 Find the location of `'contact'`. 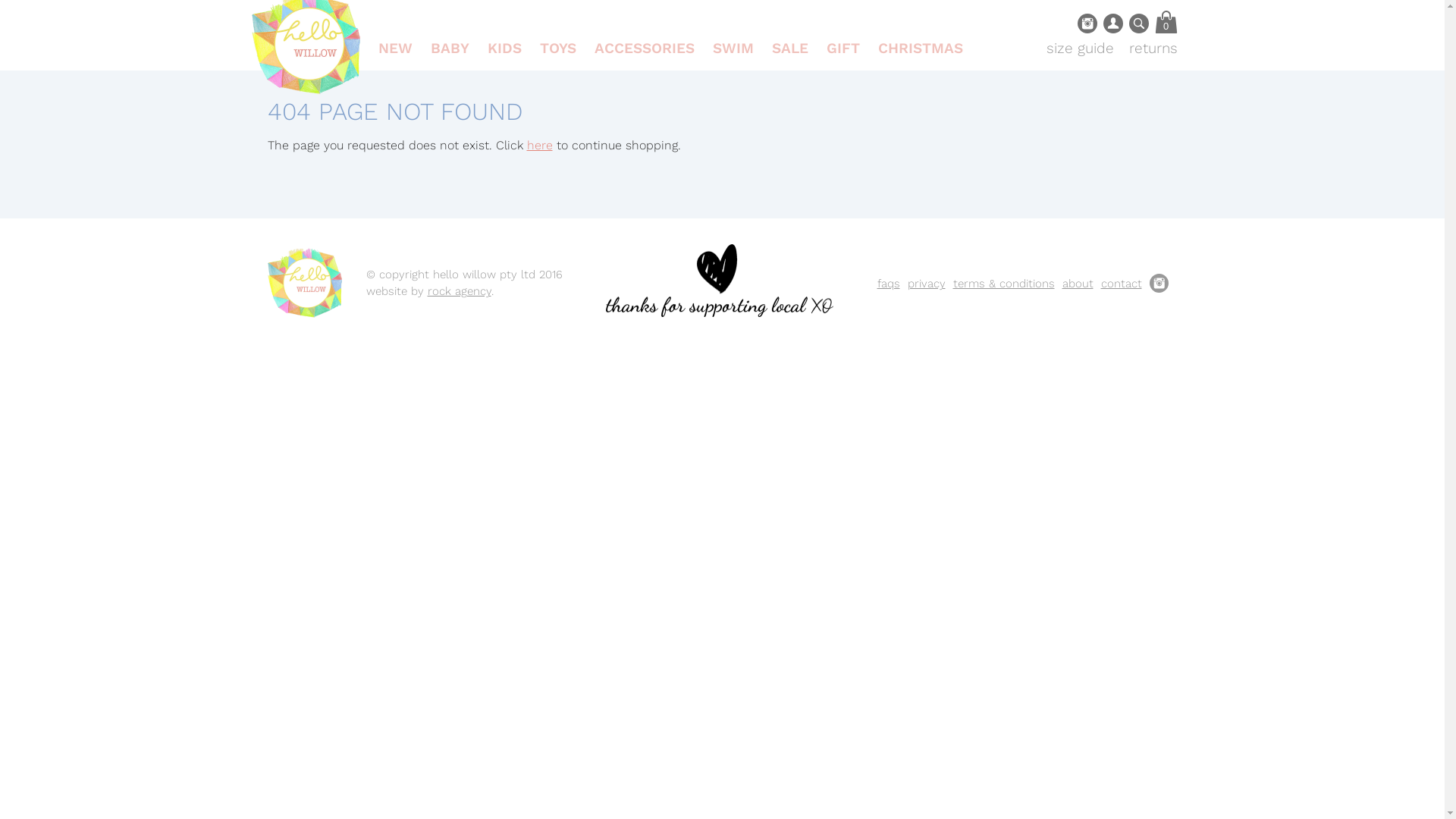

'contact' is located at coordinates (1121, 284).